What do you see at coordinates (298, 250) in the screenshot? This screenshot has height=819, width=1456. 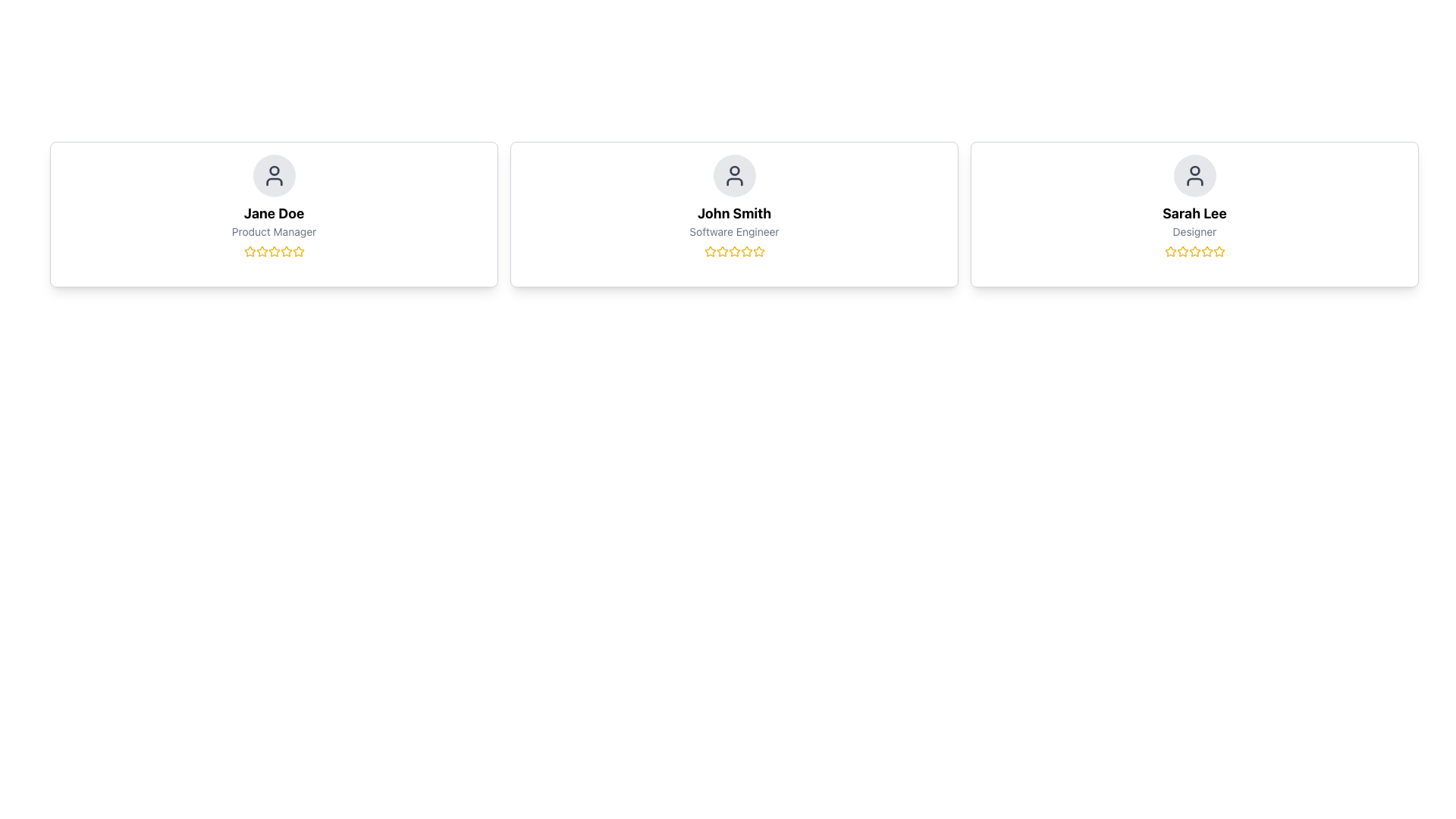 I see `the fifth star icon, which is yellow outlined and located under 'Jane Doe' in the leftmost card of a three-card layout` at bounding box center [298, 250].